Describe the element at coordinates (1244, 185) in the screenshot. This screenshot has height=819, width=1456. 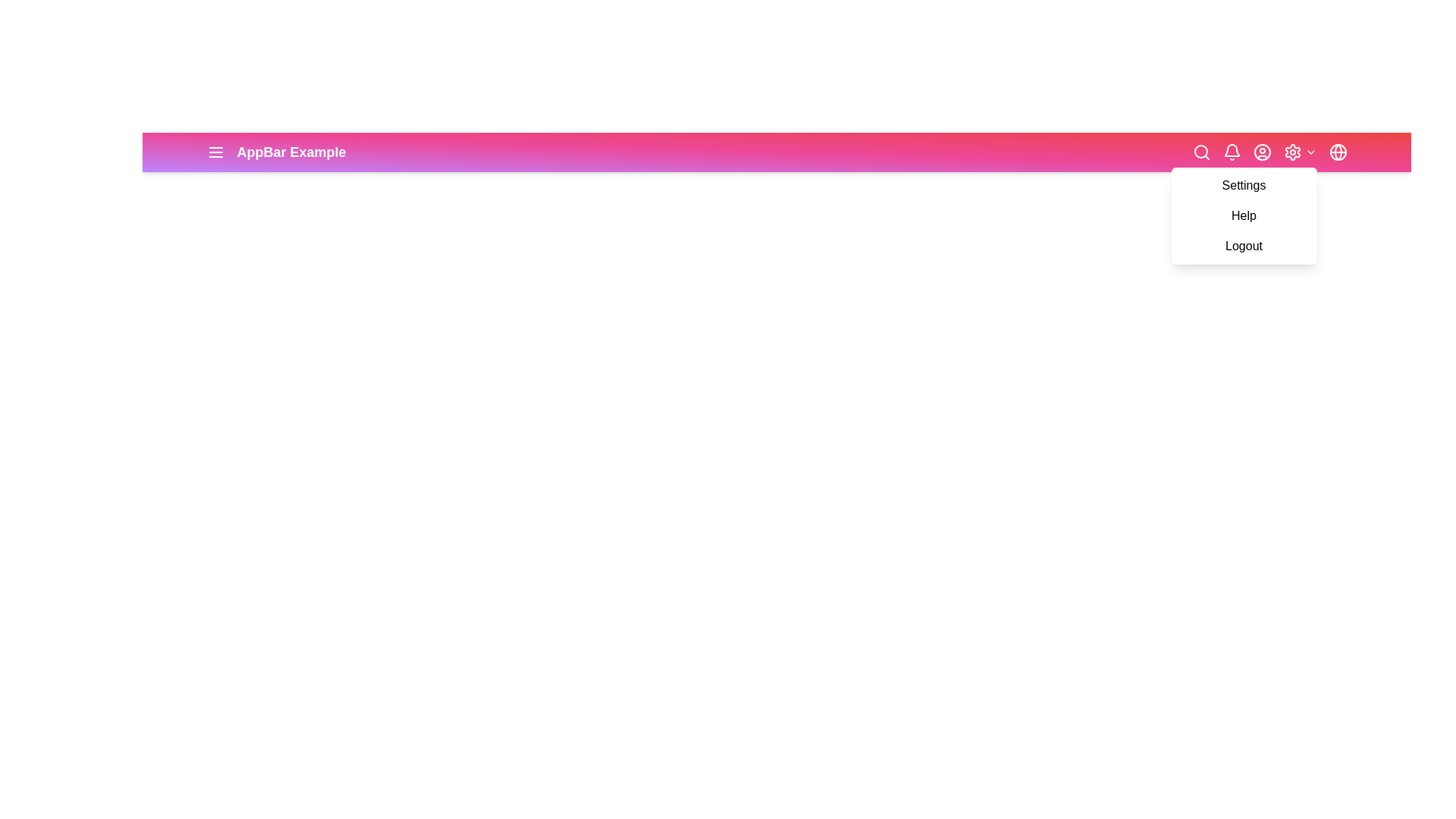
I see `the Settings from the settings dropdown` at that location.